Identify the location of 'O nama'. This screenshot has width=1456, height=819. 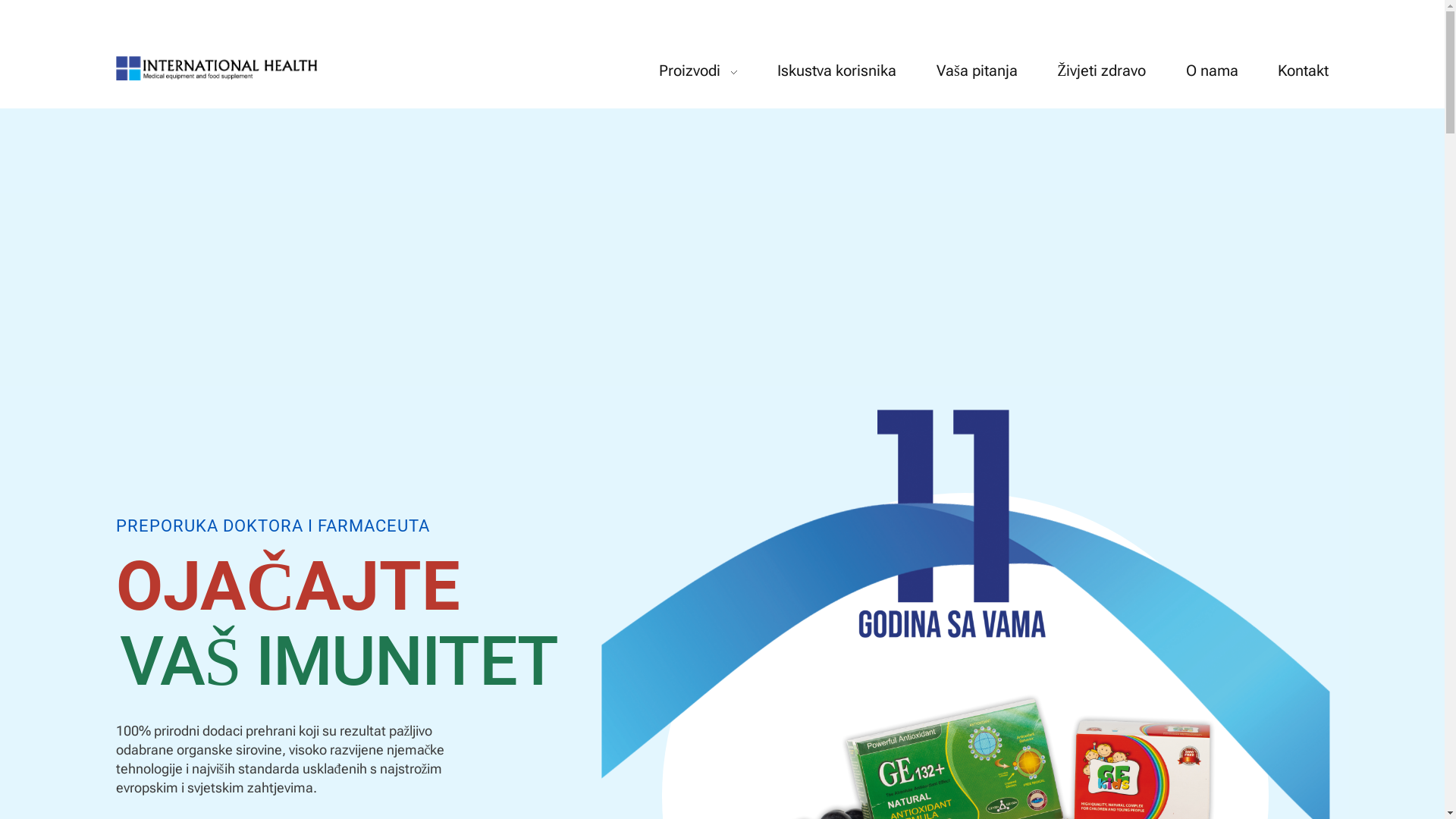
(1211, 70).